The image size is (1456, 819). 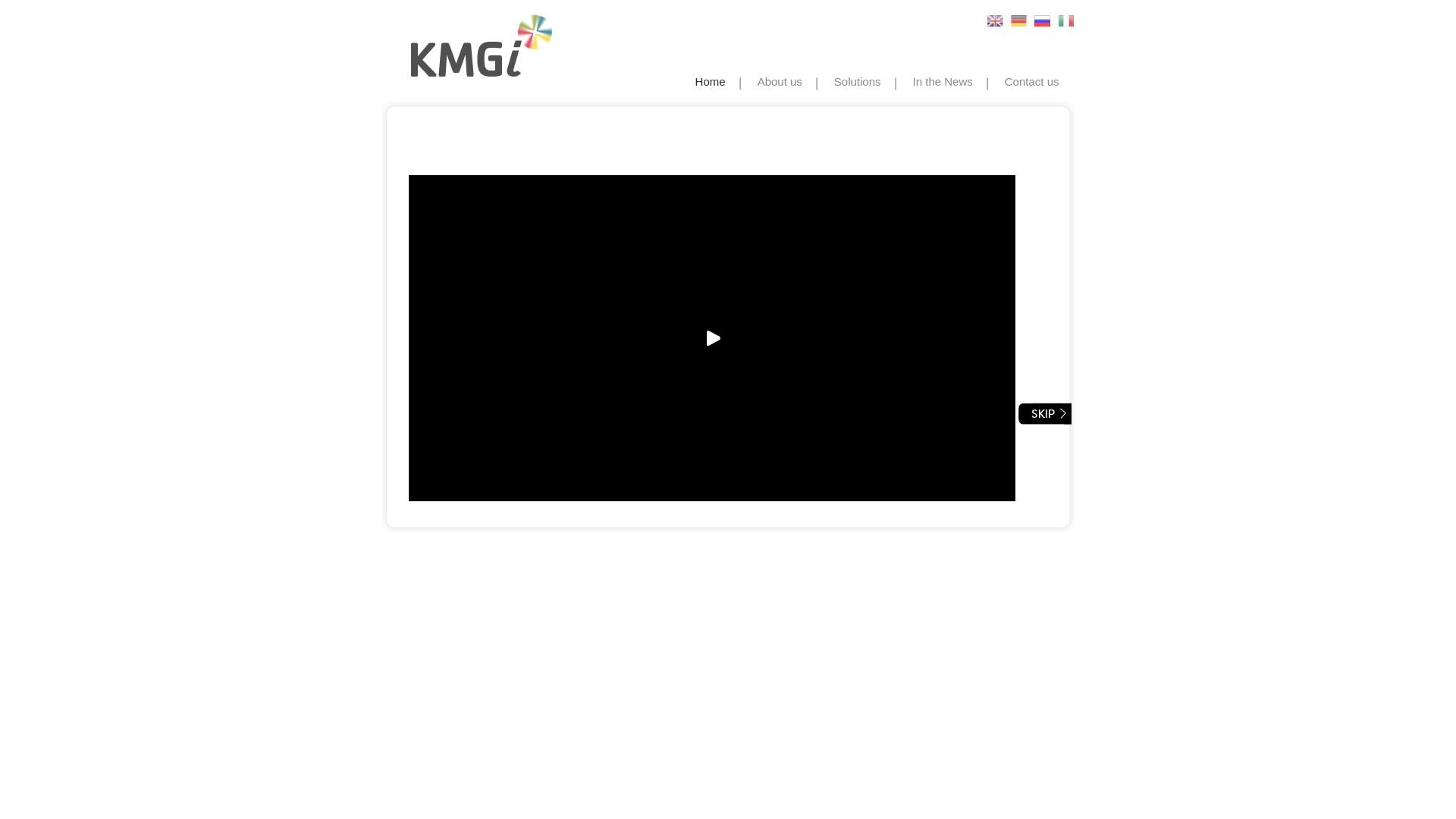 What do you see at coordinates (1058, 23) in the screenshot?
I see `'Italian'` at bounding box center [1058, 23].